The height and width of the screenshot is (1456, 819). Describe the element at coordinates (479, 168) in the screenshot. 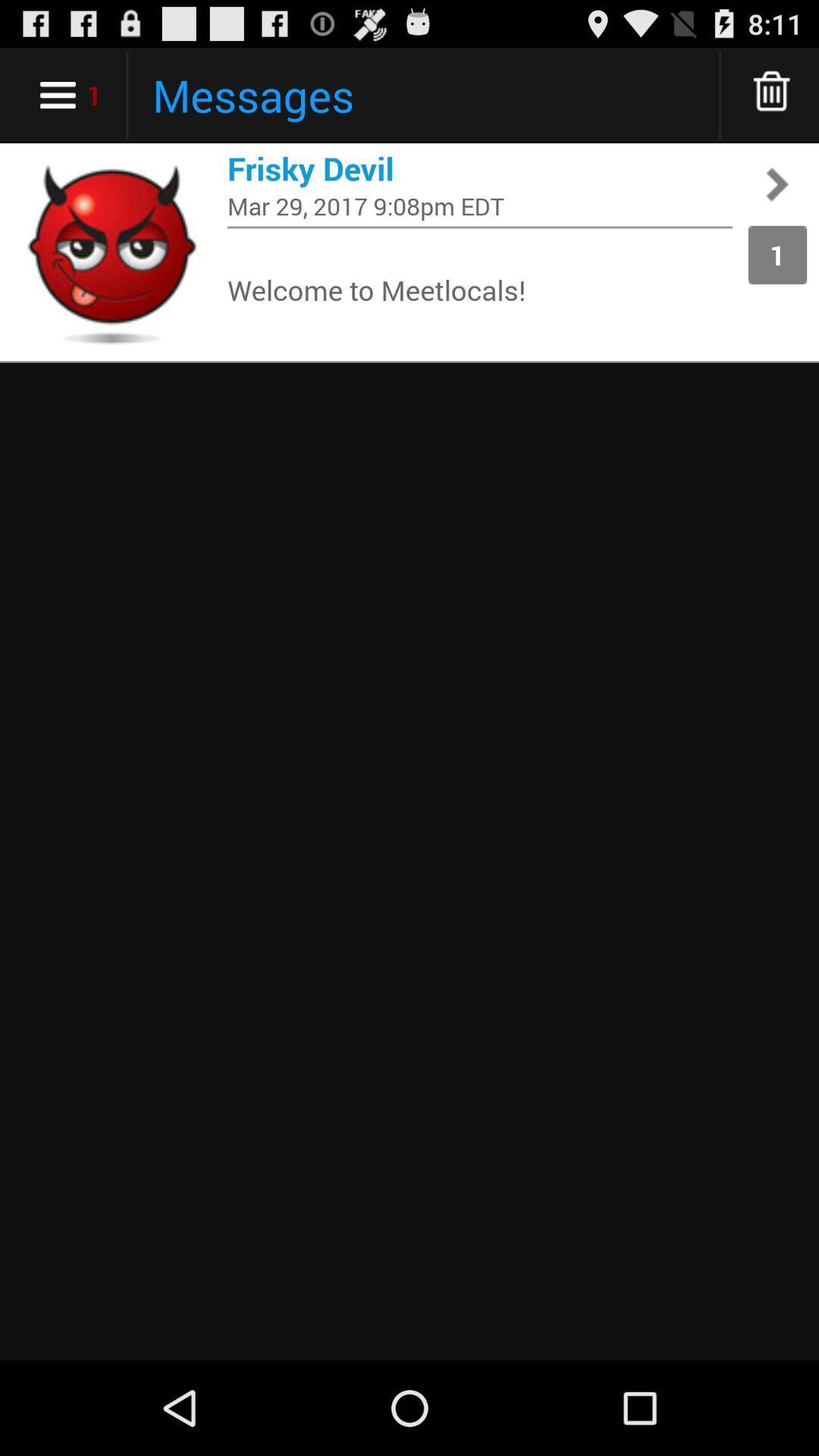

I see `the item above mar 29 2017 item` at that location.